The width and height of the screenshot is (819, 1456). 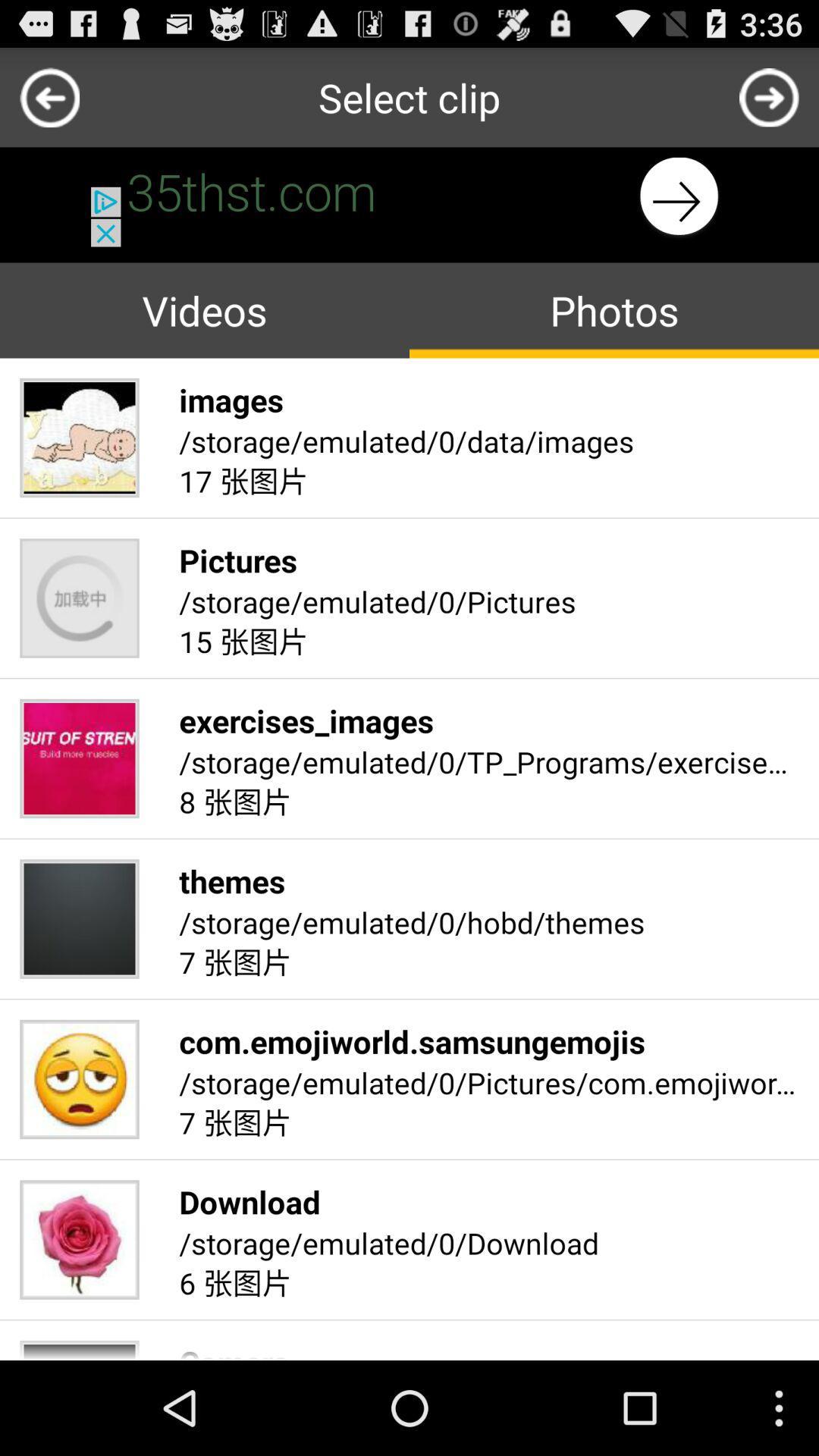 I want to click on advertisement at top, so click(x=409, y=196).